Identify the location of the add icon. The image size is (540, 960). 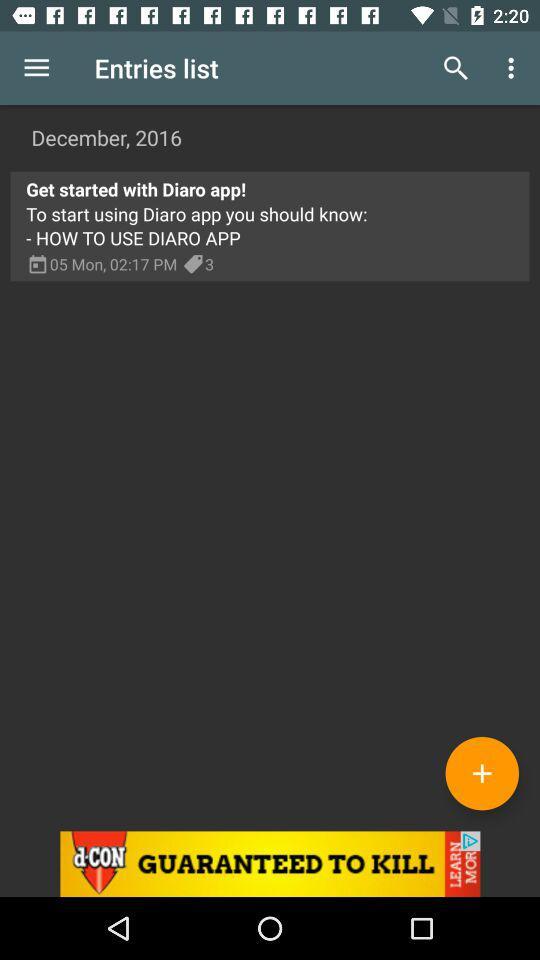
(481, 772).